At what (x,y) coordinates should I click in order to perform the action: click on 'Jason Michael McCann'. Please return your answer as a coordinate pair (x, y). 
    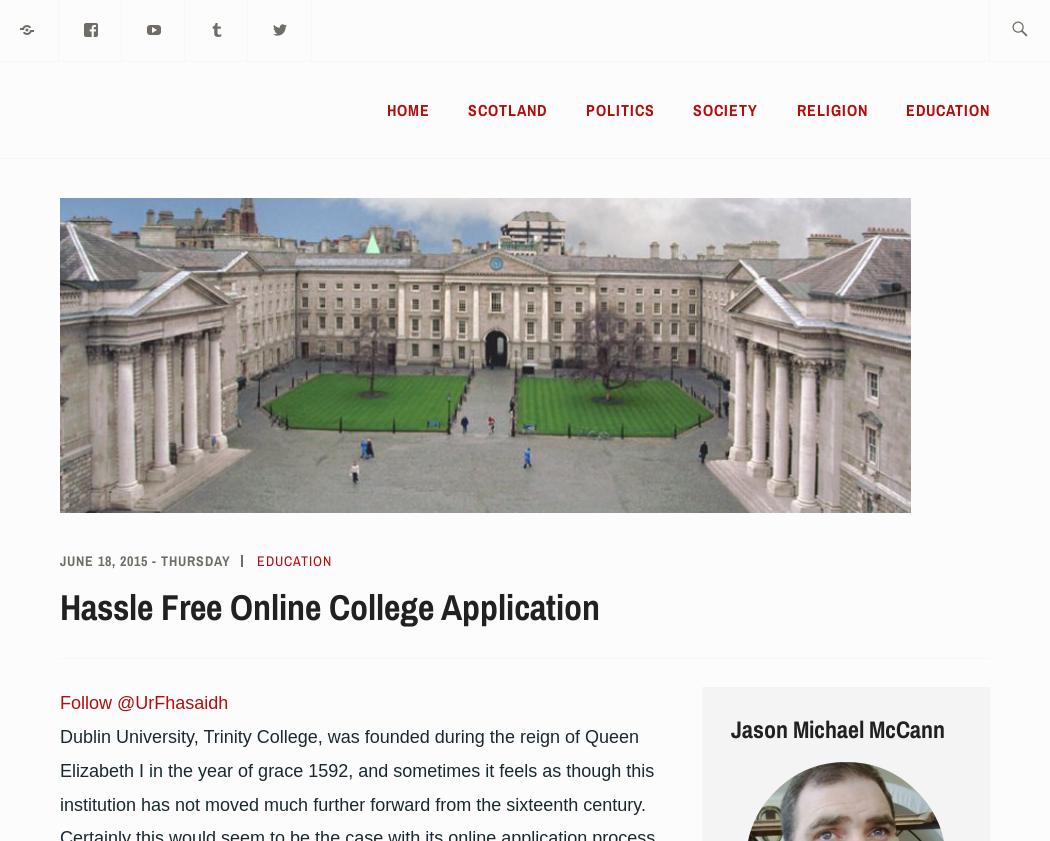
    Looking at the image, I should click on (836, 728).